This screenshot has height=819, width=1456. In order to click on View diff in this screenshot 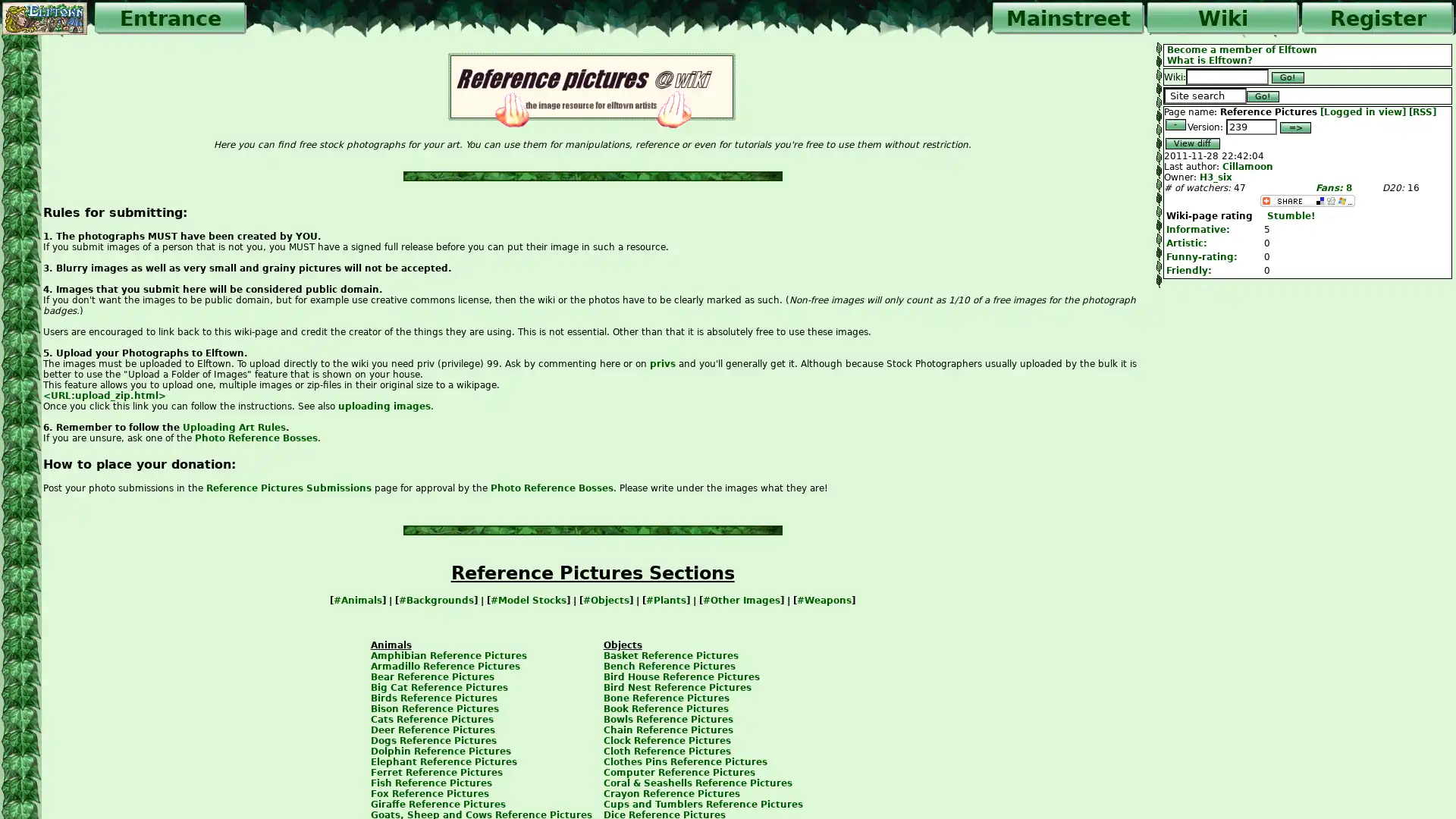, I will do `click(1191, 143)`.